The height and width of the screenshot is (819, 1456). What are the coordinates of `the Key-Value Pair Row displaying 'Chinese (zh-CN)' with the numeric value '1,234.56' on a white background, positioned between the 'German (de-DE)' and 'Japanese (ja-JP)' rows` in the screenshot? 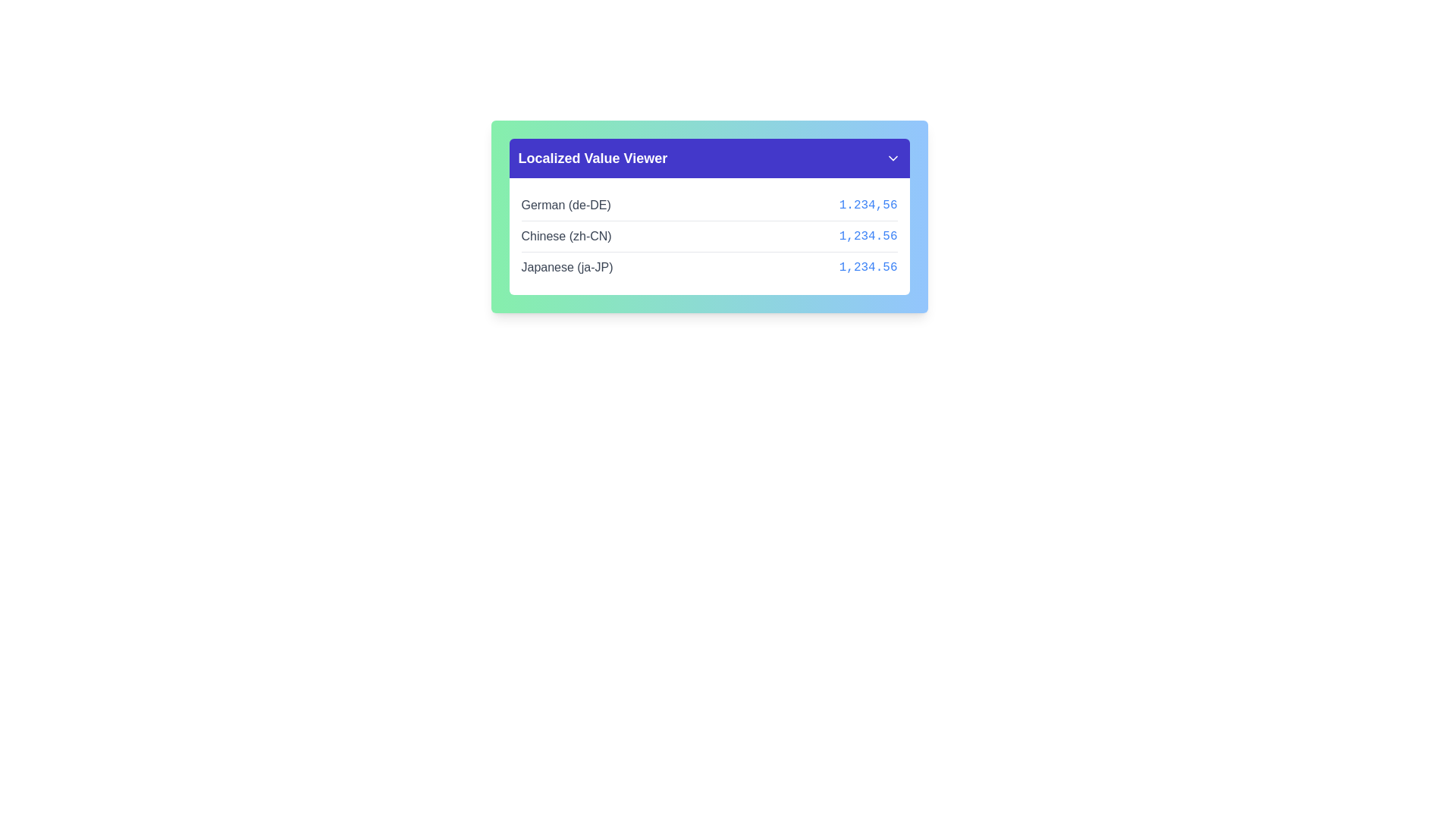 It's located at (708, 237).